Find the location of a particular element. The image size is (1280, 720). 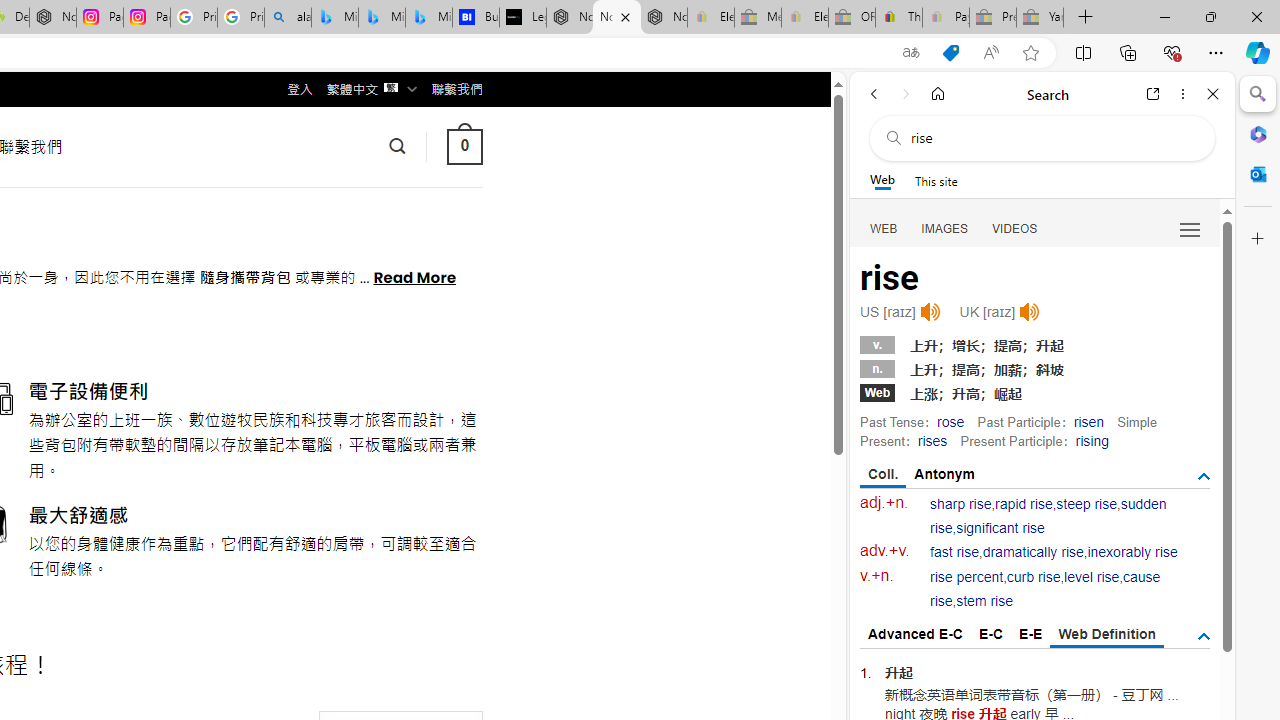

'  0  ' is located at coordinates (463, 145).